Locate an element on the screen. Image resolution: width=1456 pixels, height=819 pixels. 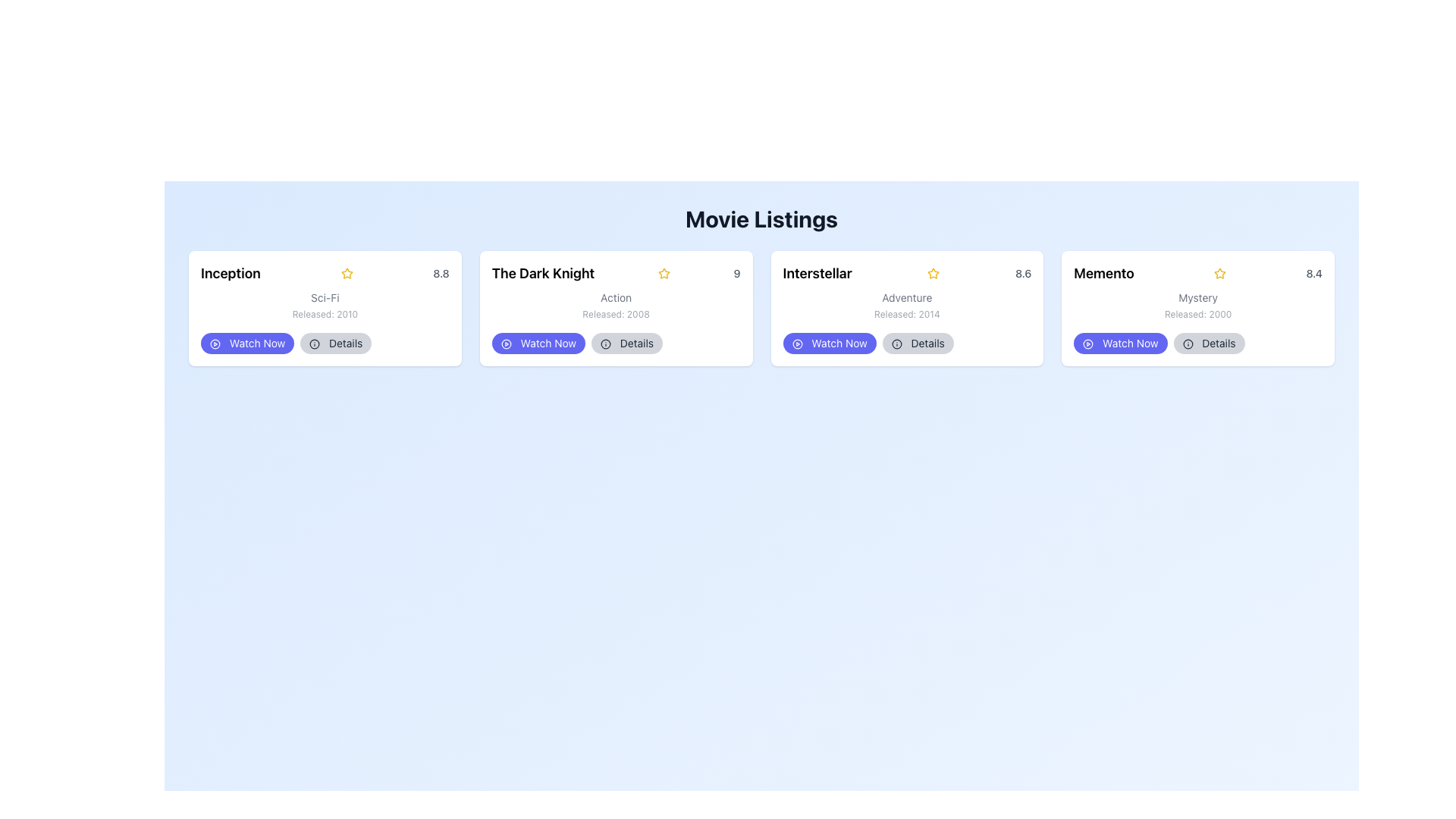
the 'Watch Now' button is located at coordinates (247, 343).